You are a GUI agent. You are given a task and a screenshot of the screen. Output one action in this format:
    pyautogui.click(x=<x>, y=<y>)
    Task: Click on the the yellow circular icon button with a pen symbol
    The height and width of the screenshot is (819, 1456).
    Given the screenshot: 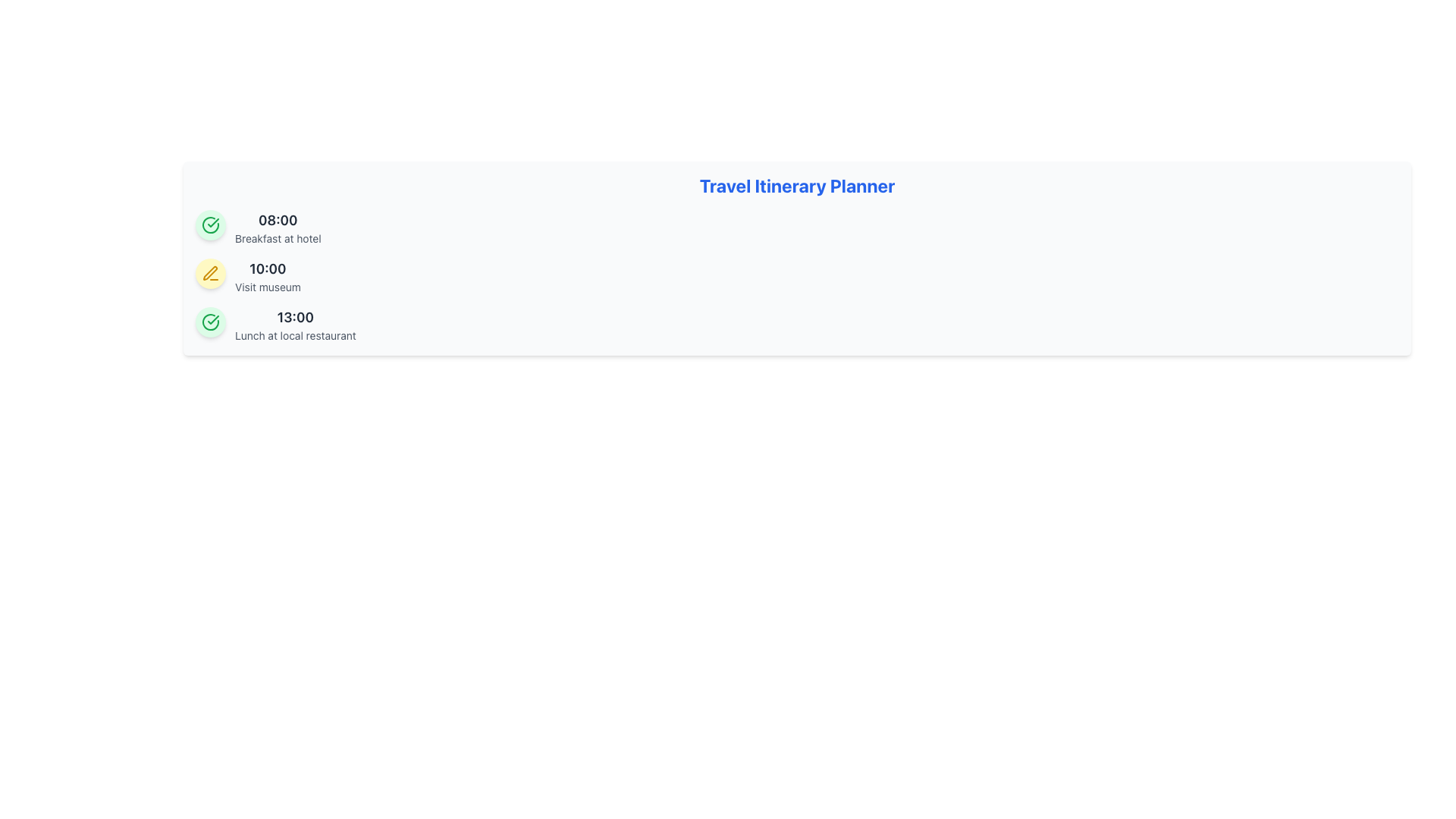 What is the action you would take?
    pyautogui.click(x=210, y=274)
    